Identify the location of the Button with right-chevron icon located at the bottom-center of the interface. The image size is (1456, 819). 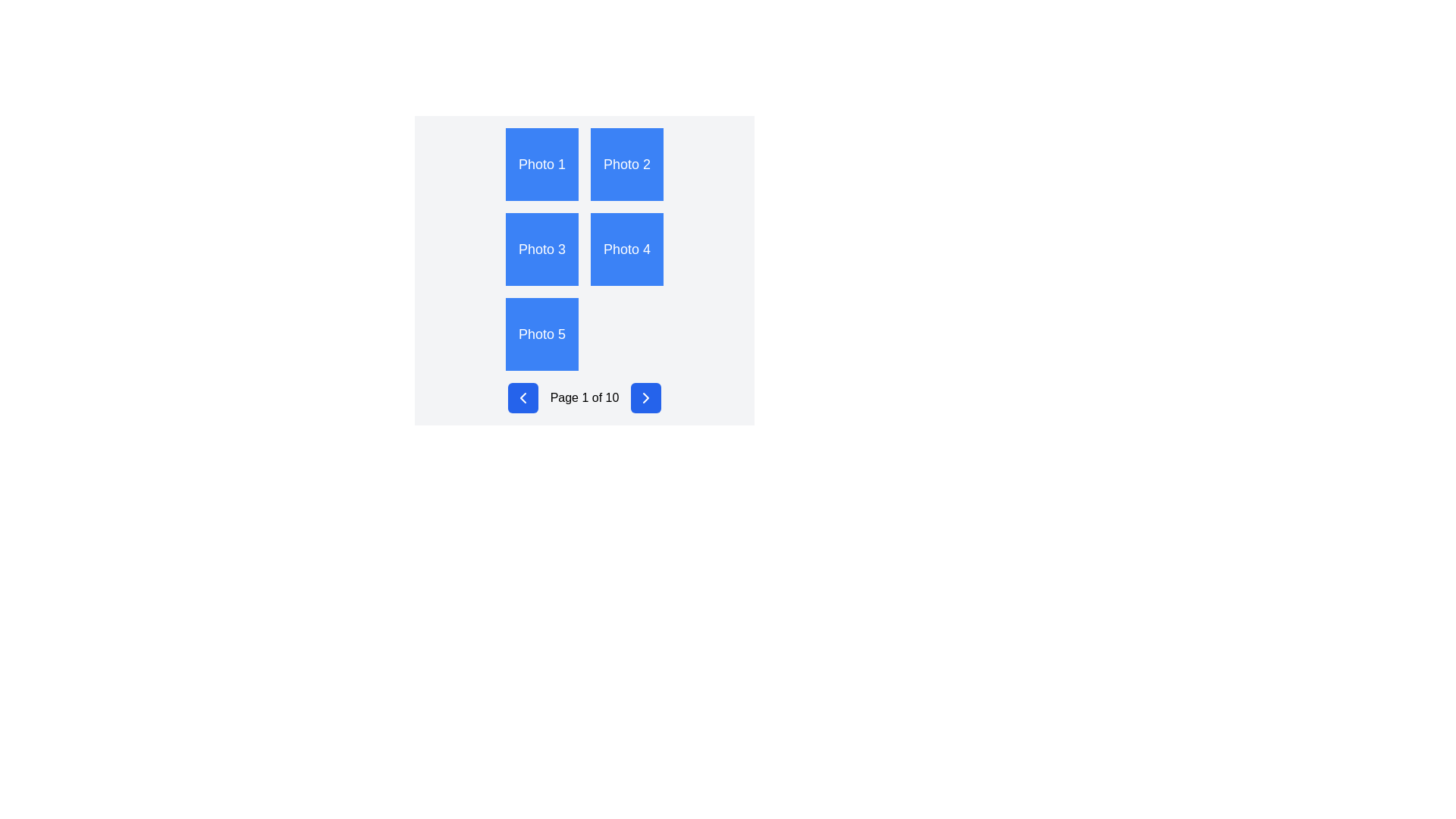
(646, 397).